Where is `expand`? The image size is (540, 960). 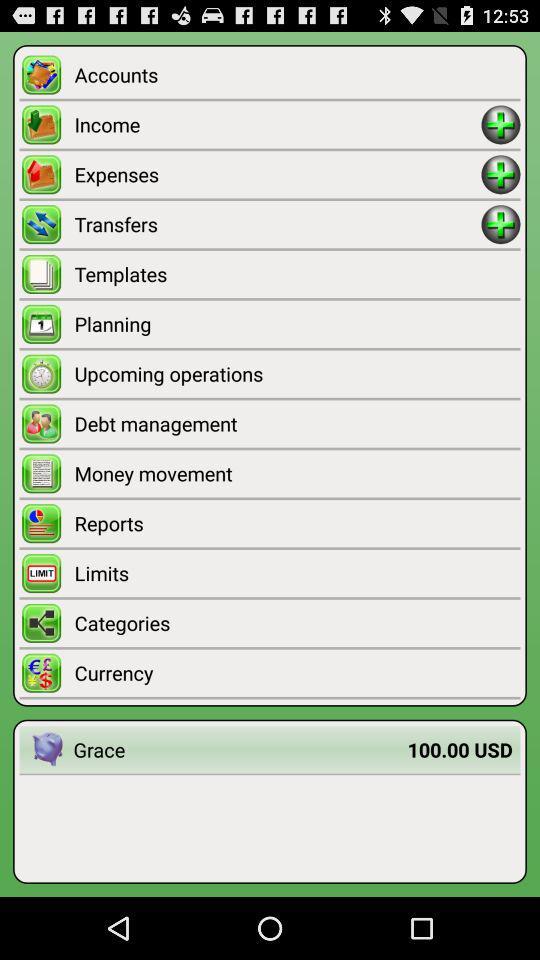
expand is located at coordinates (500, 224).